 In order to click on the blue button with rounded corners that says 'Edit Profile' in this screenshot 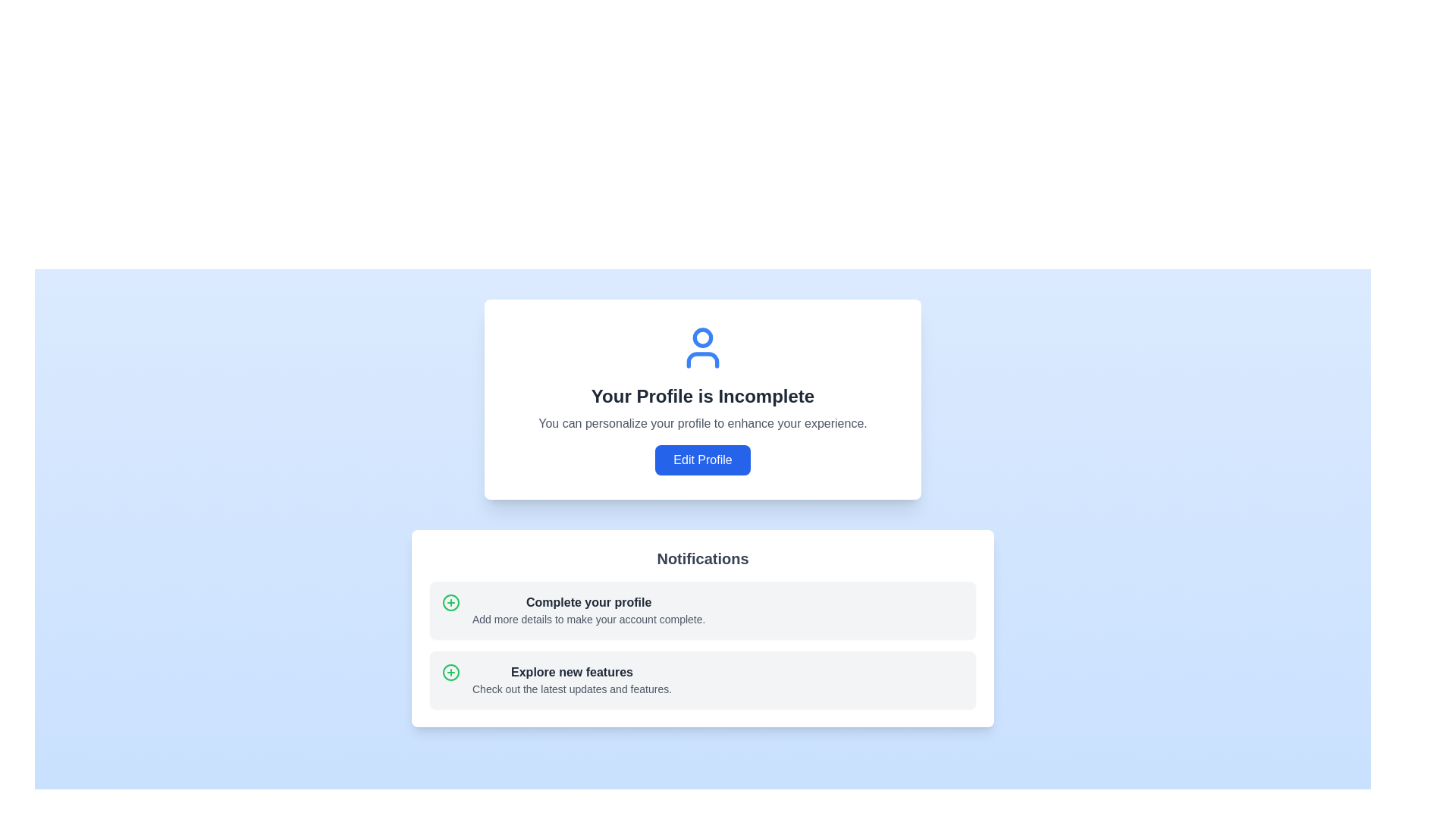, I will do `click(701, 459)`.